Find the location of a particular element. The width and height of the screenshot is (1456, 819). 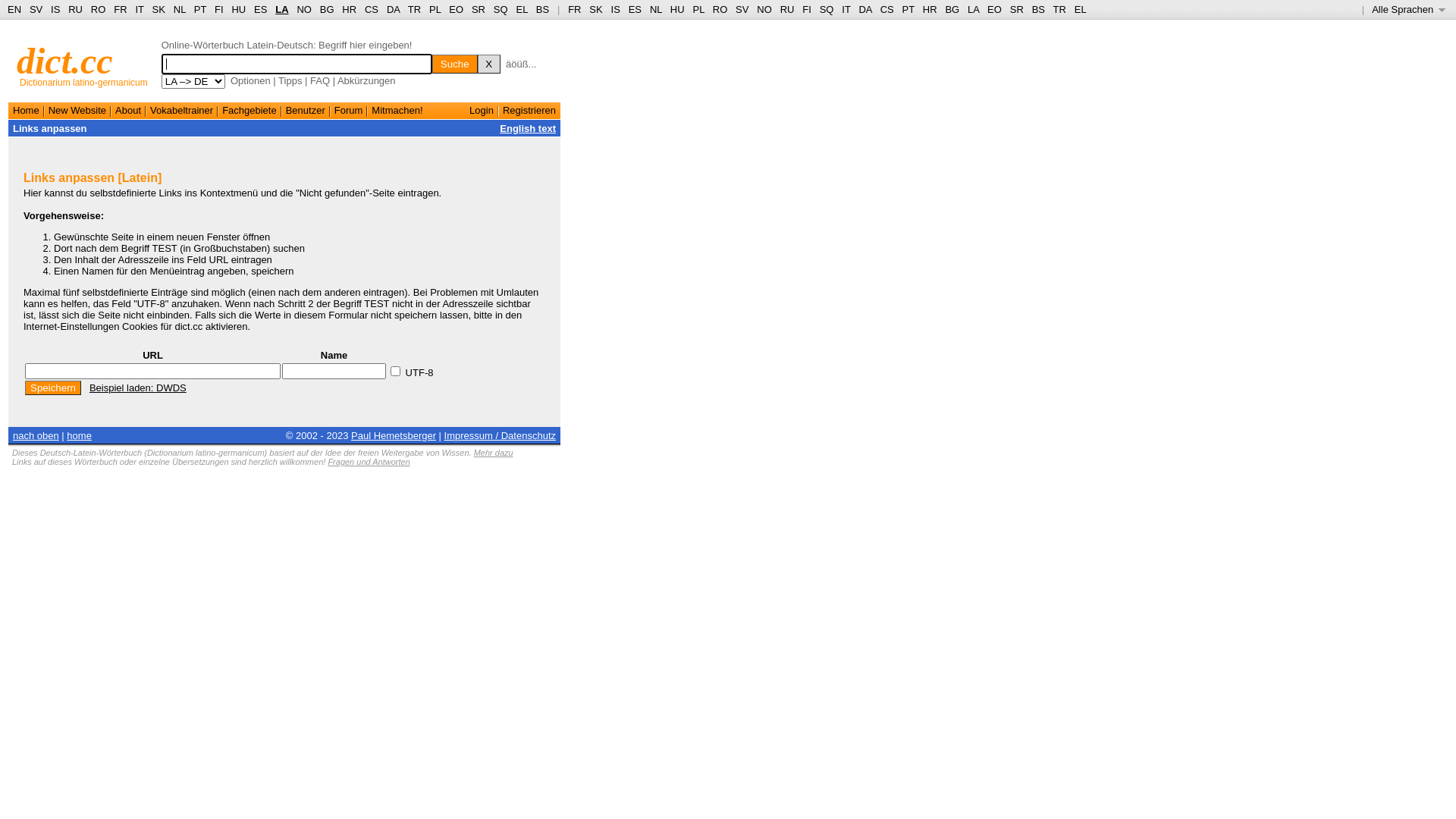

'EL' is located at coordinates (516, 9).